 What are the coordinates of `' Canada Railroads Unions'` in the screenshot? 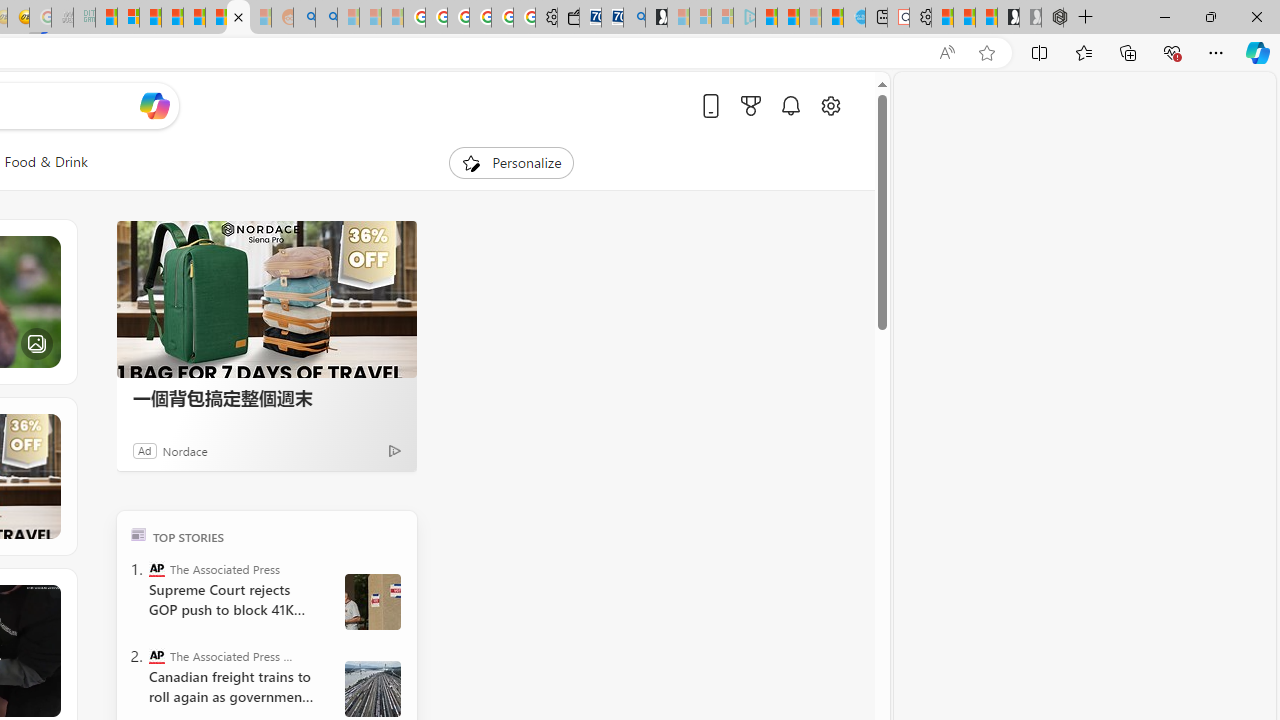 It's located at (373, 688).